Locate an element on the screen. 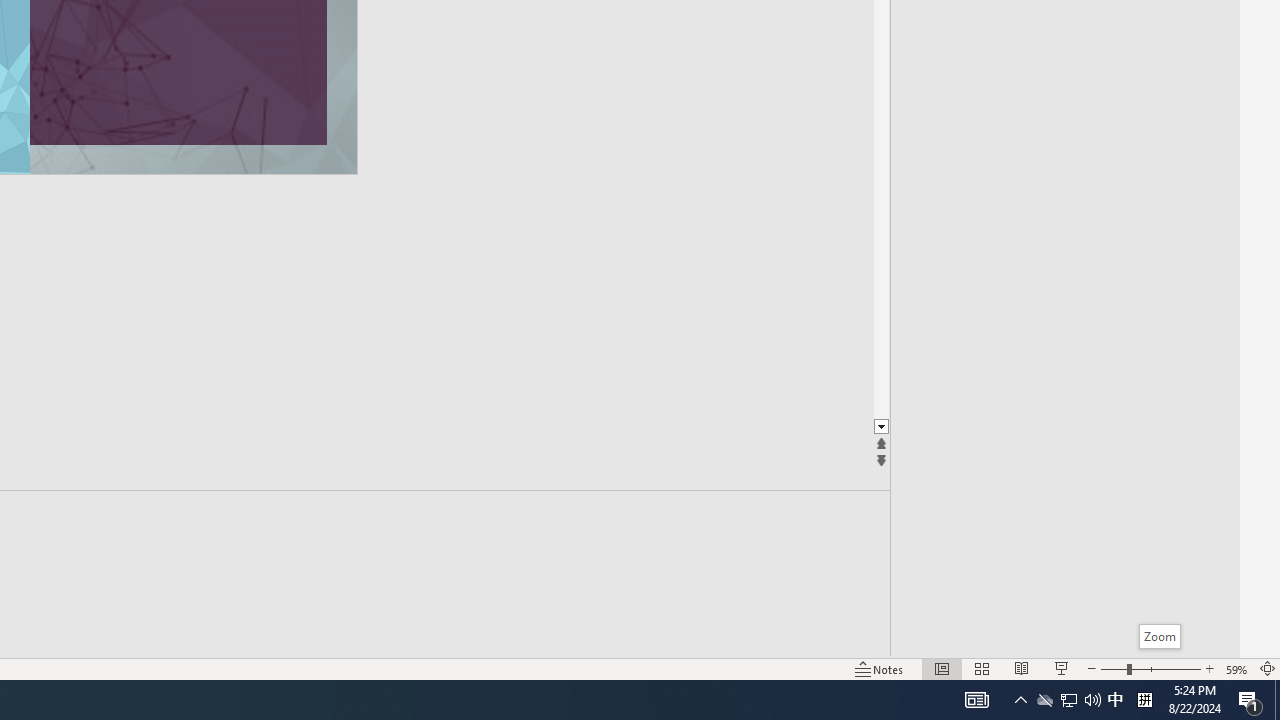 Image resolution: width=1280 pixels, height=720 pixels. 'Zoom 59%' is located at coordinates (1236, 669).